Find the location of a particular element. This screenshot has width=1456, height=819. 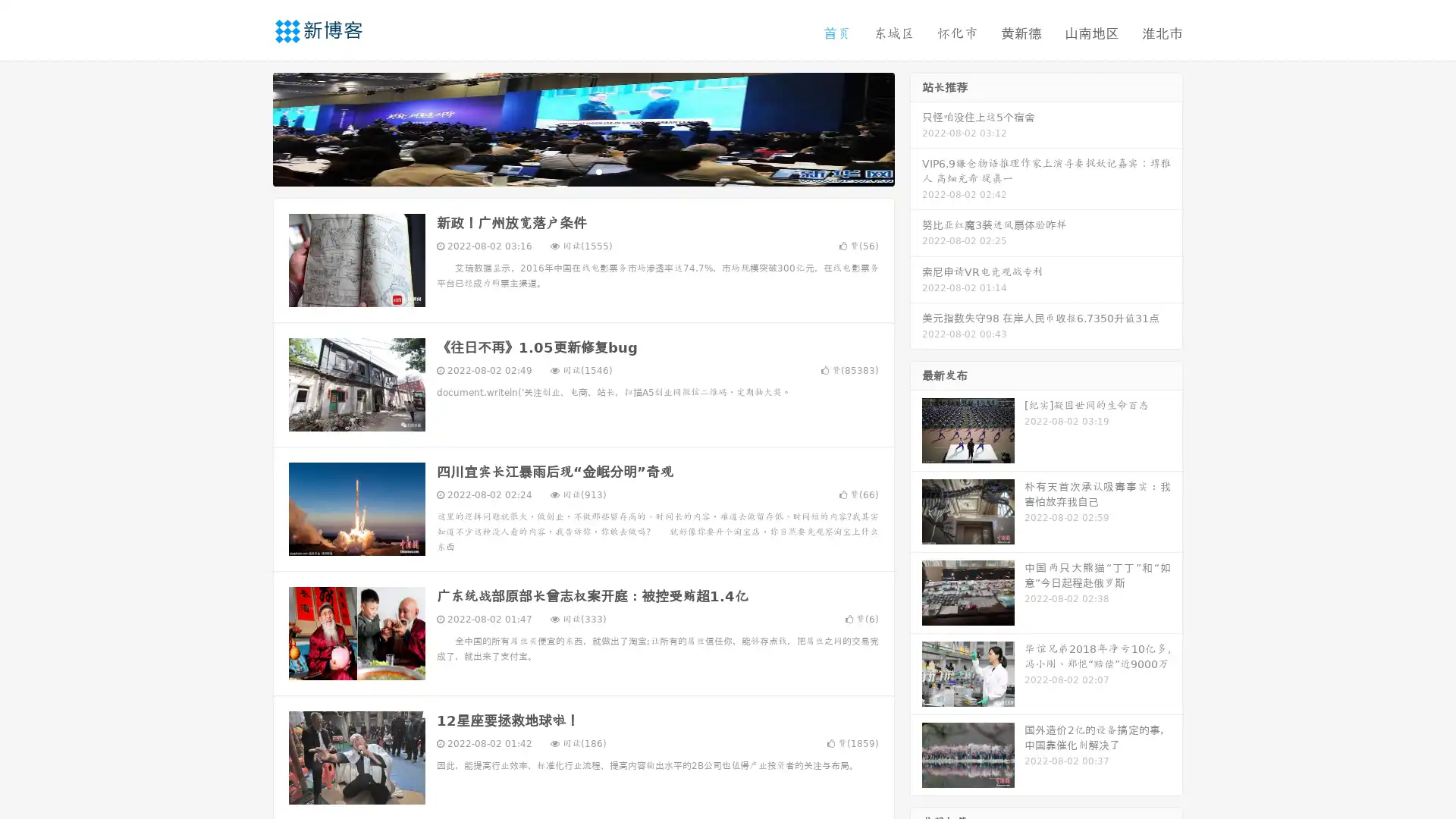

Go to slide 1 is located at coordinates (567, 171).